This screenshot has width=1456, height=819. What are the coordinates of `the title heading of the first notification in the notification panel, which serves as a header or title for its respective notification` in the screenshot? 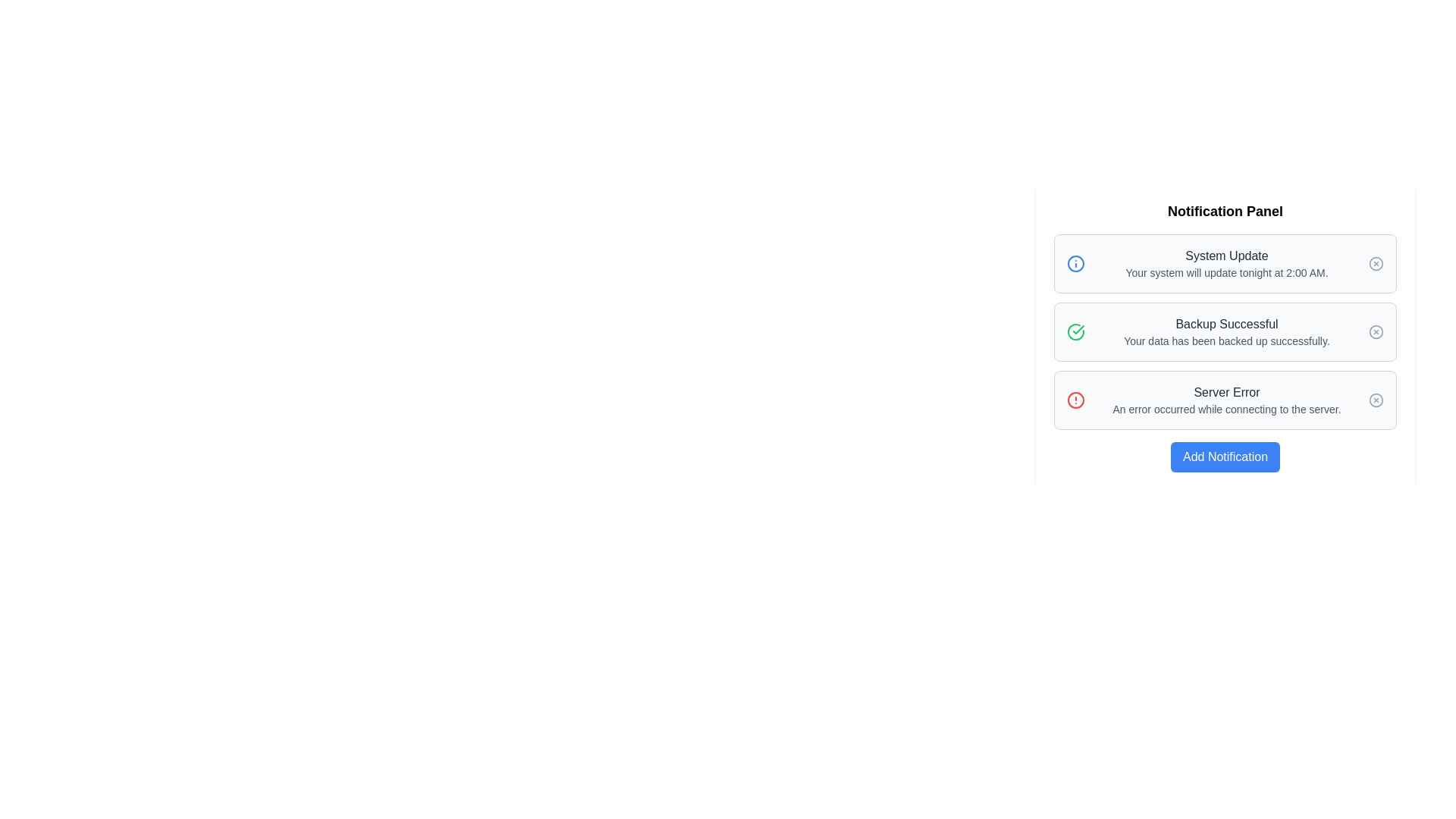 It's located at (1226, 256).